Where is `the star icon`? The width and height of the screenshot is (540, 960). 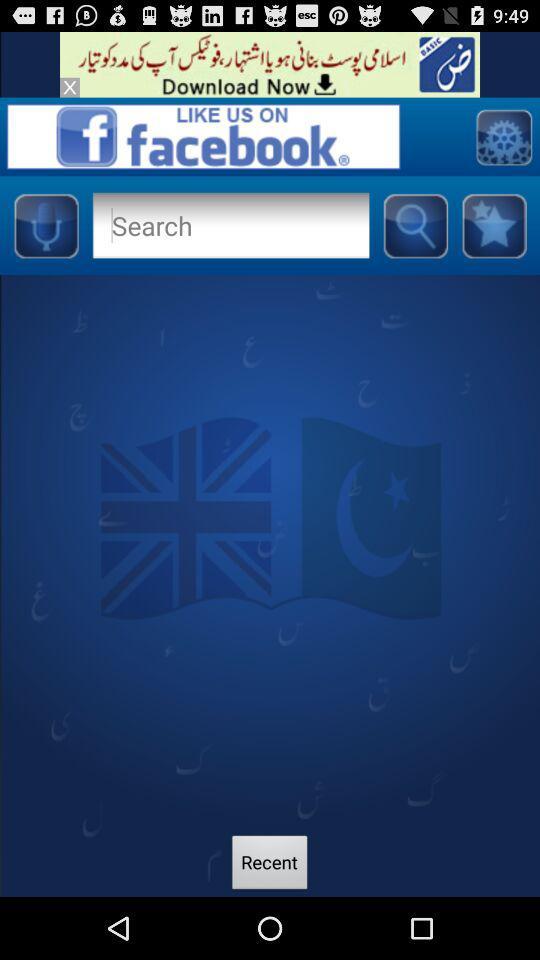 the star icon is located at coordinates (493, 240).